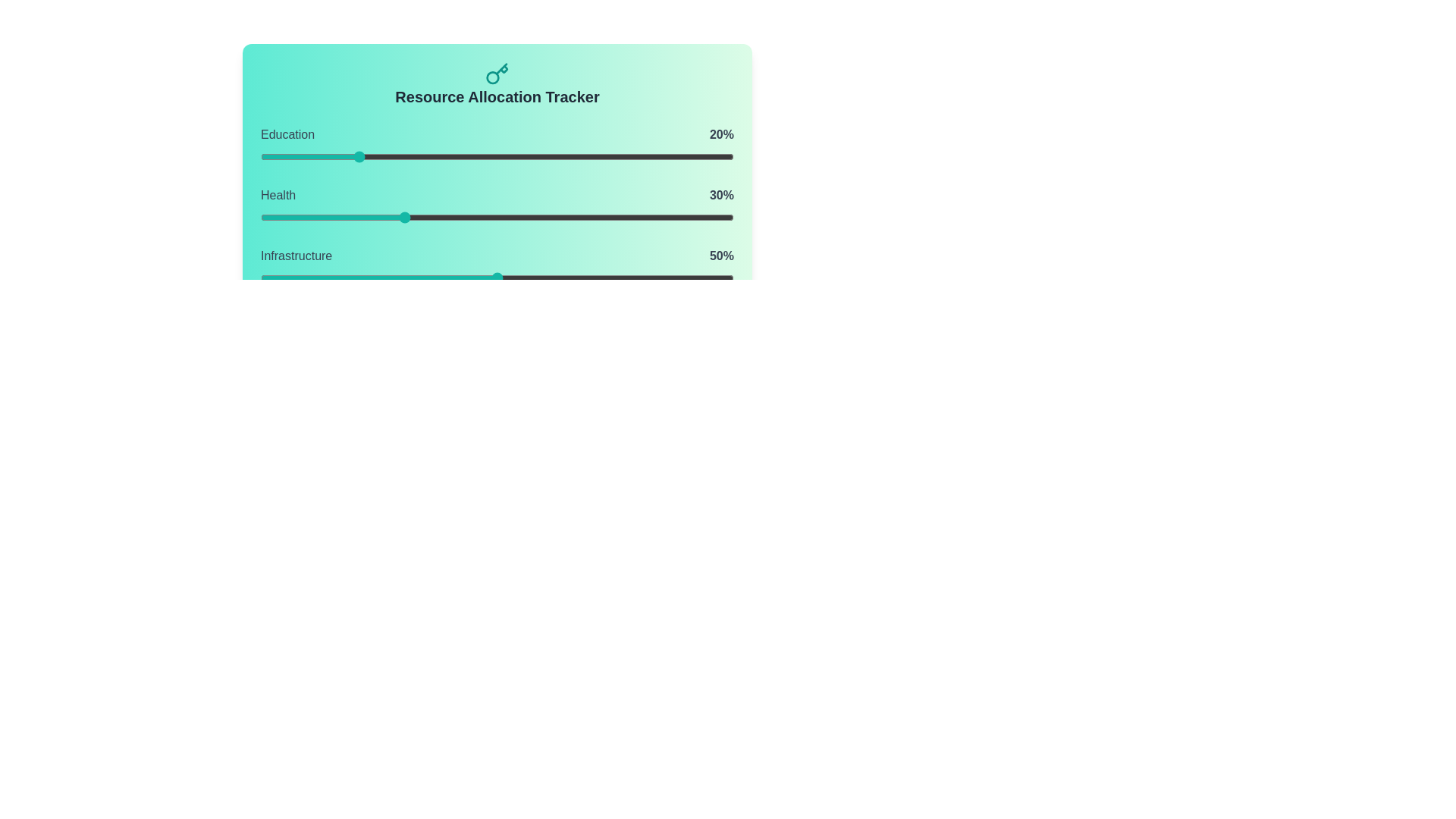 The image size is (1456, 819). What do you see at coordinates (714, 278) in the screenshot?
I see `the Infrastructure slider to 96%` at bounding box center [714, 278].